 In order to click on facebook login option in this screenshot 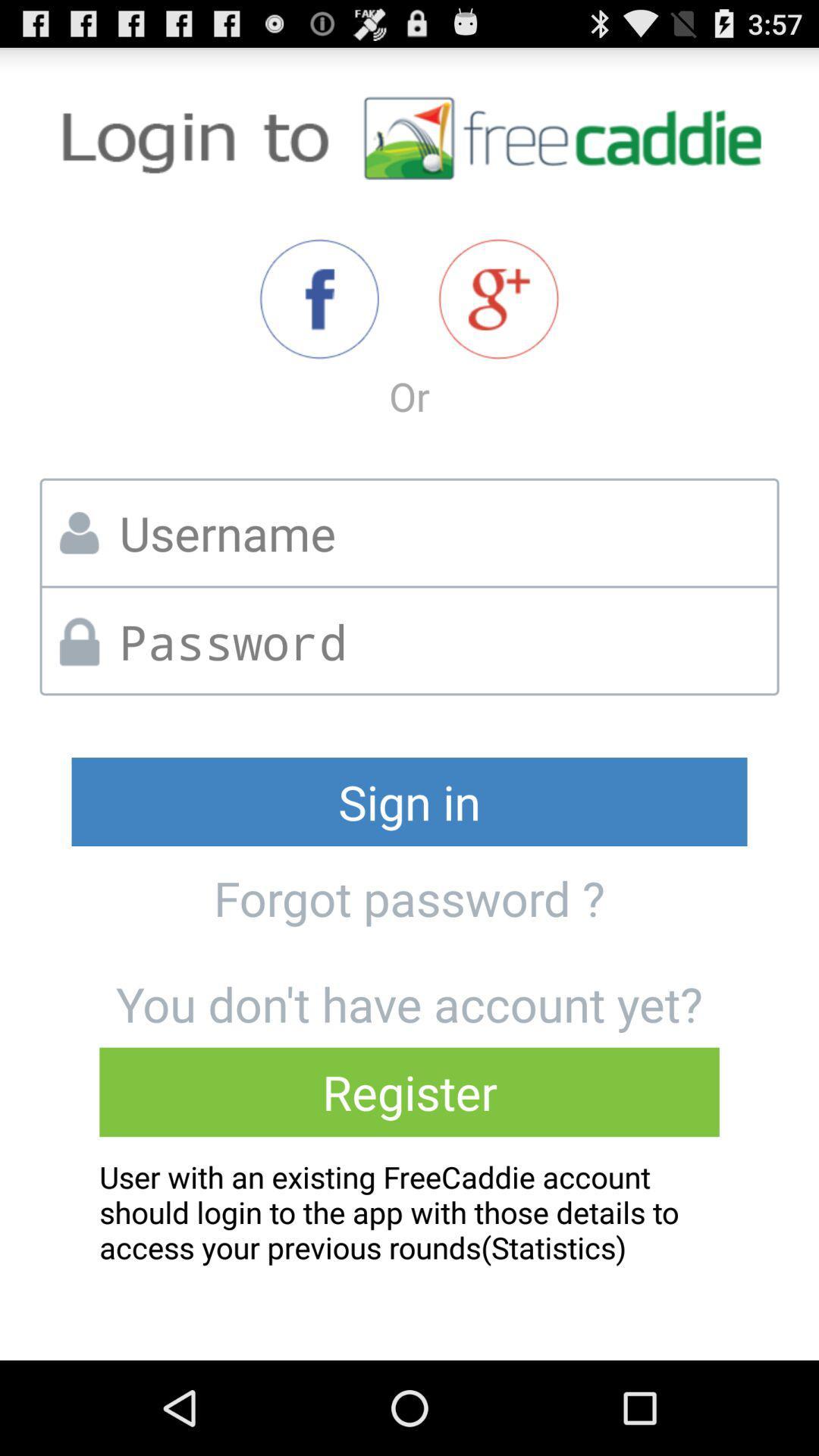, I will do `click(318, 299)`.